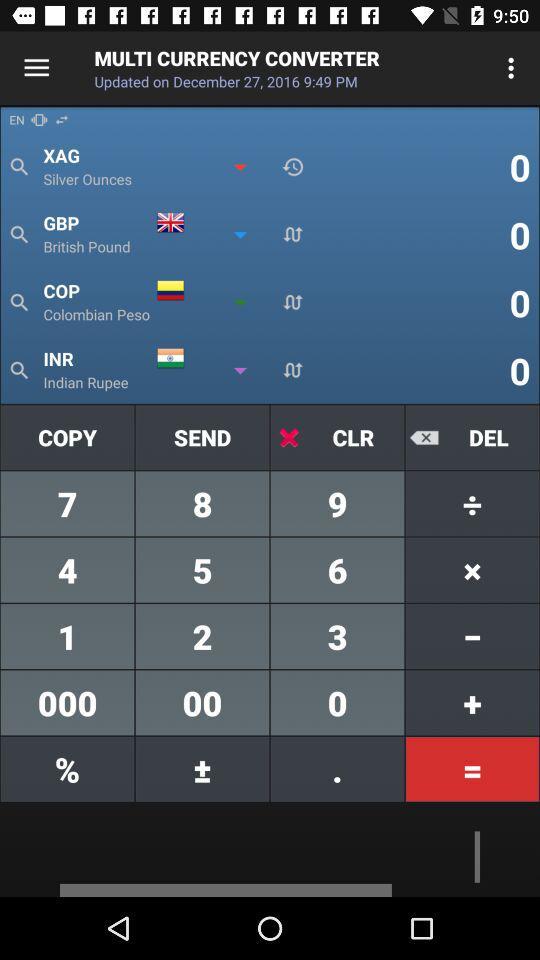  Describe the element at coordinates (18, 369) in the screenshot. I see `the search icon` at that location.